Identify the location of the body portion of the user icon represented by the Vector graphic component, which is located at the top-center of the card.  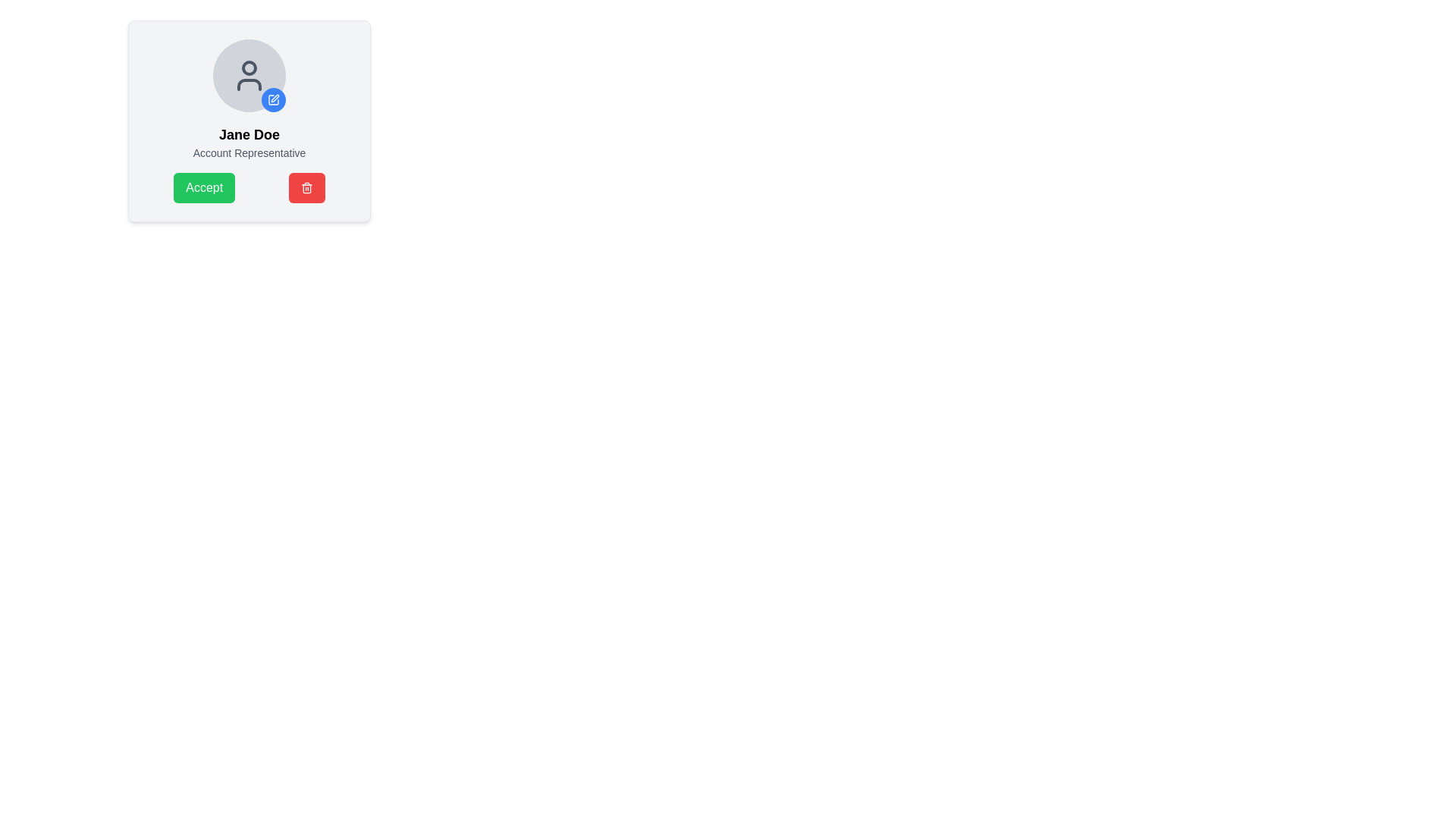
(249, 84).